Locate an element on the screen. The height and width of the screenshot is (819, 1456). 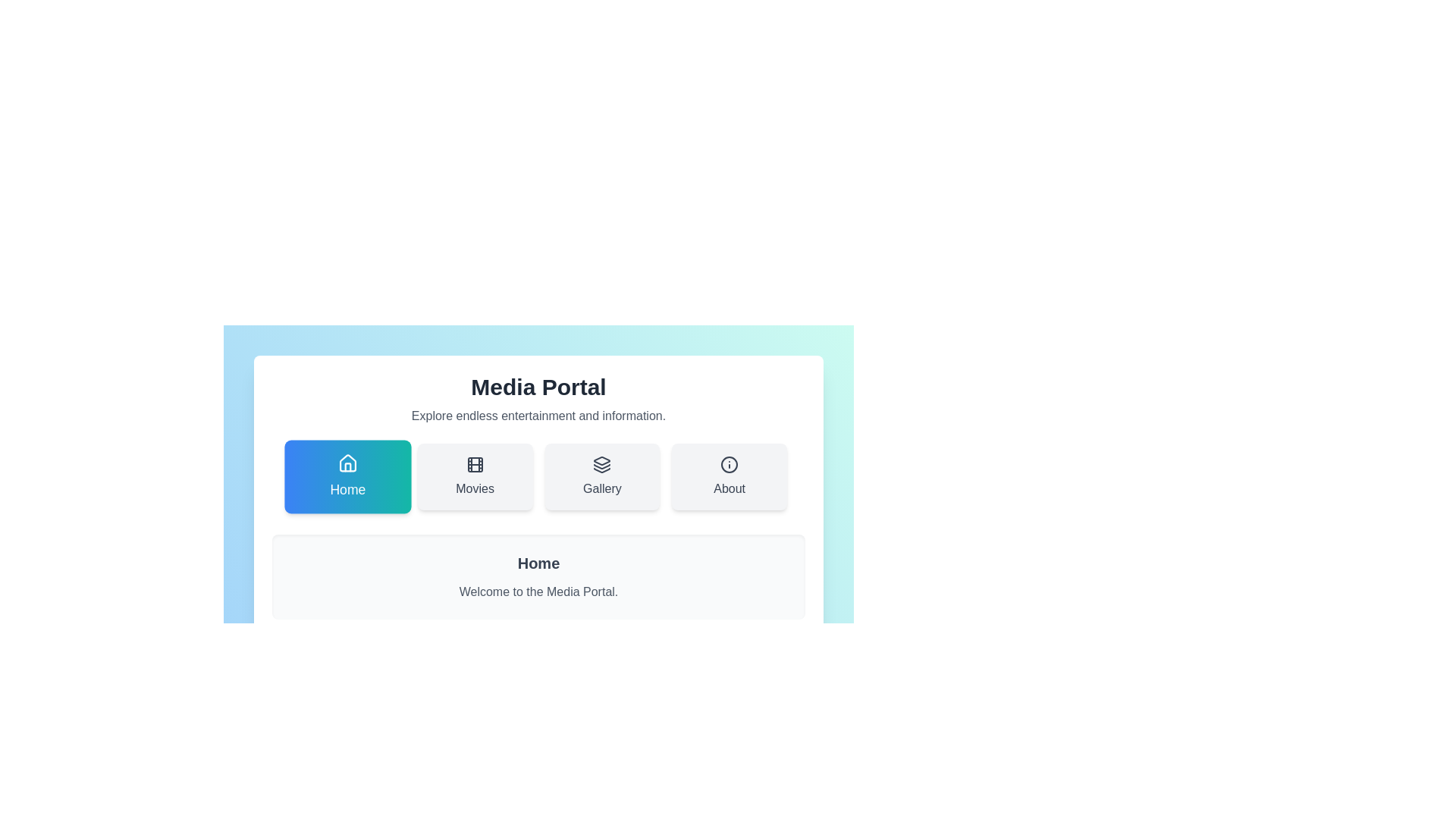
the 'Movies' button, which features a film reel icon and is located below the 'Media Portal' heading is located at coordinates (474, 475).